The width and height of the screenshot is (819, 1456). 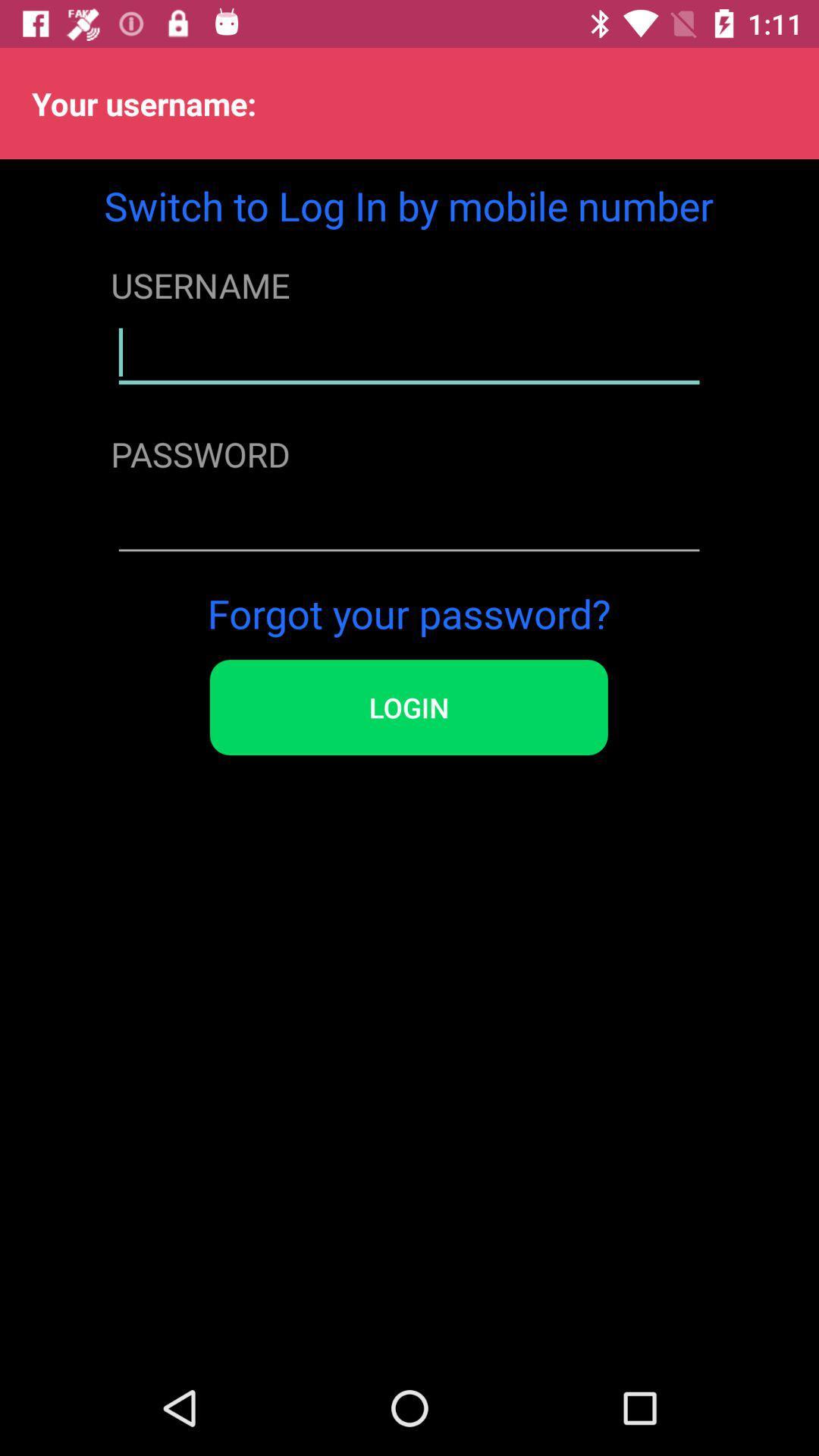 I want to click on item above the login, so click(x=408, y=613).